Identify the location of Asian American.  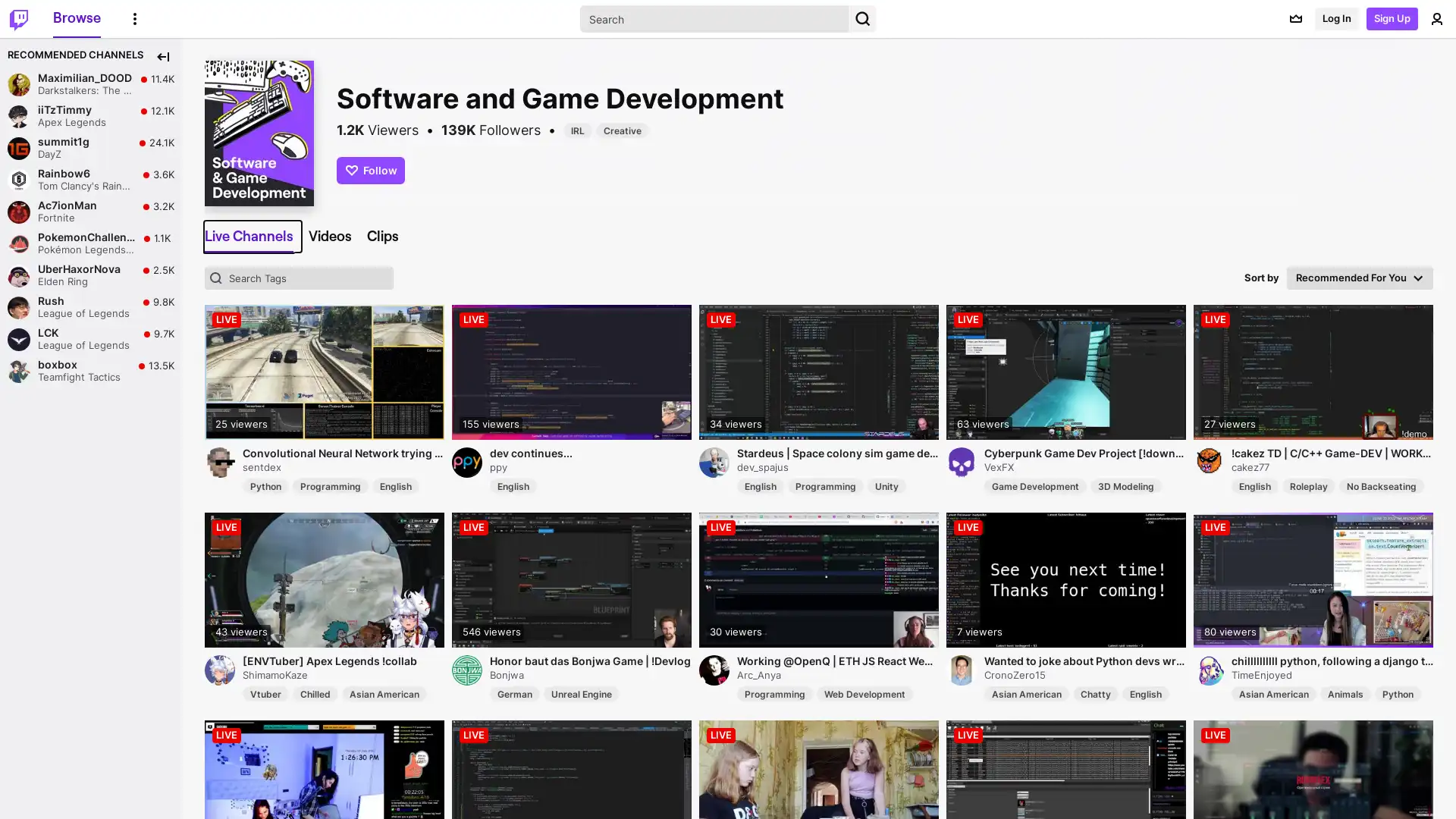
(384, 693).